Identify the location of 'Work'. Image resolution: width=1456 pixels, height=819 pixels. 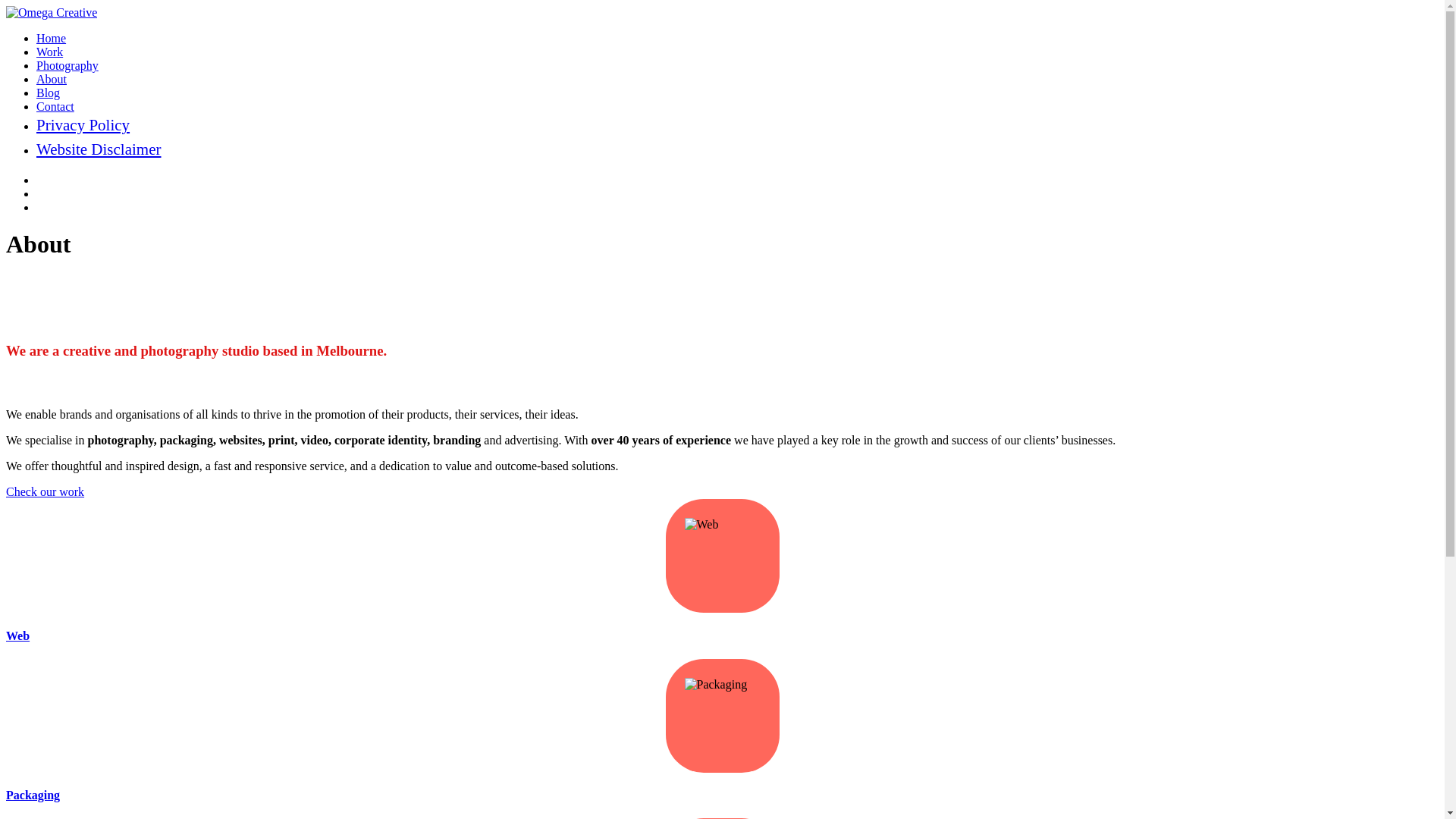
(49, 51).